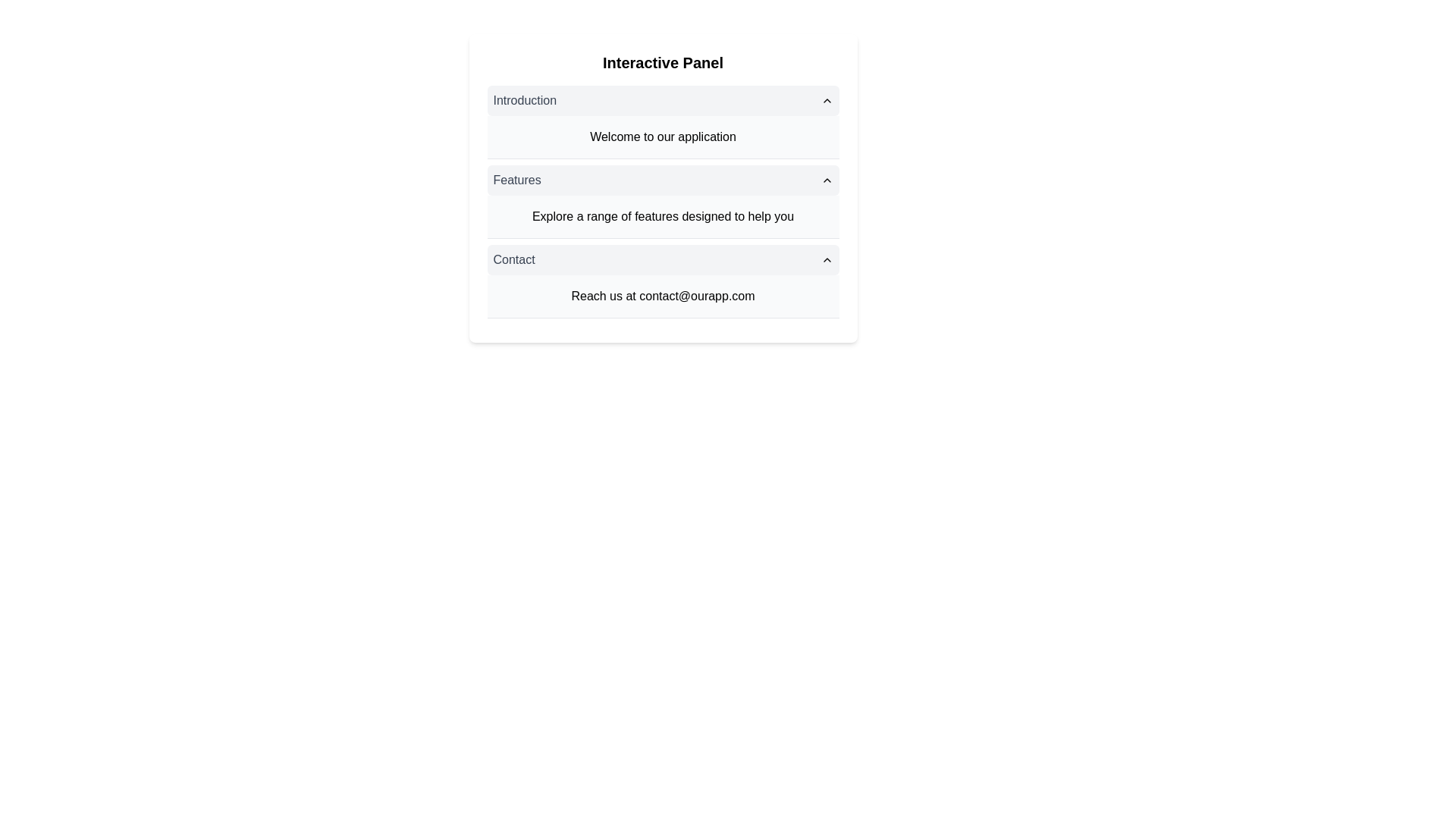  What do you see at coordinates (663, 137) in the screenshot?
I see `the static text block with the message 'Welcome to our application', which is located in the 'Introduction' section of the panel` at bounding box center [663, 137].